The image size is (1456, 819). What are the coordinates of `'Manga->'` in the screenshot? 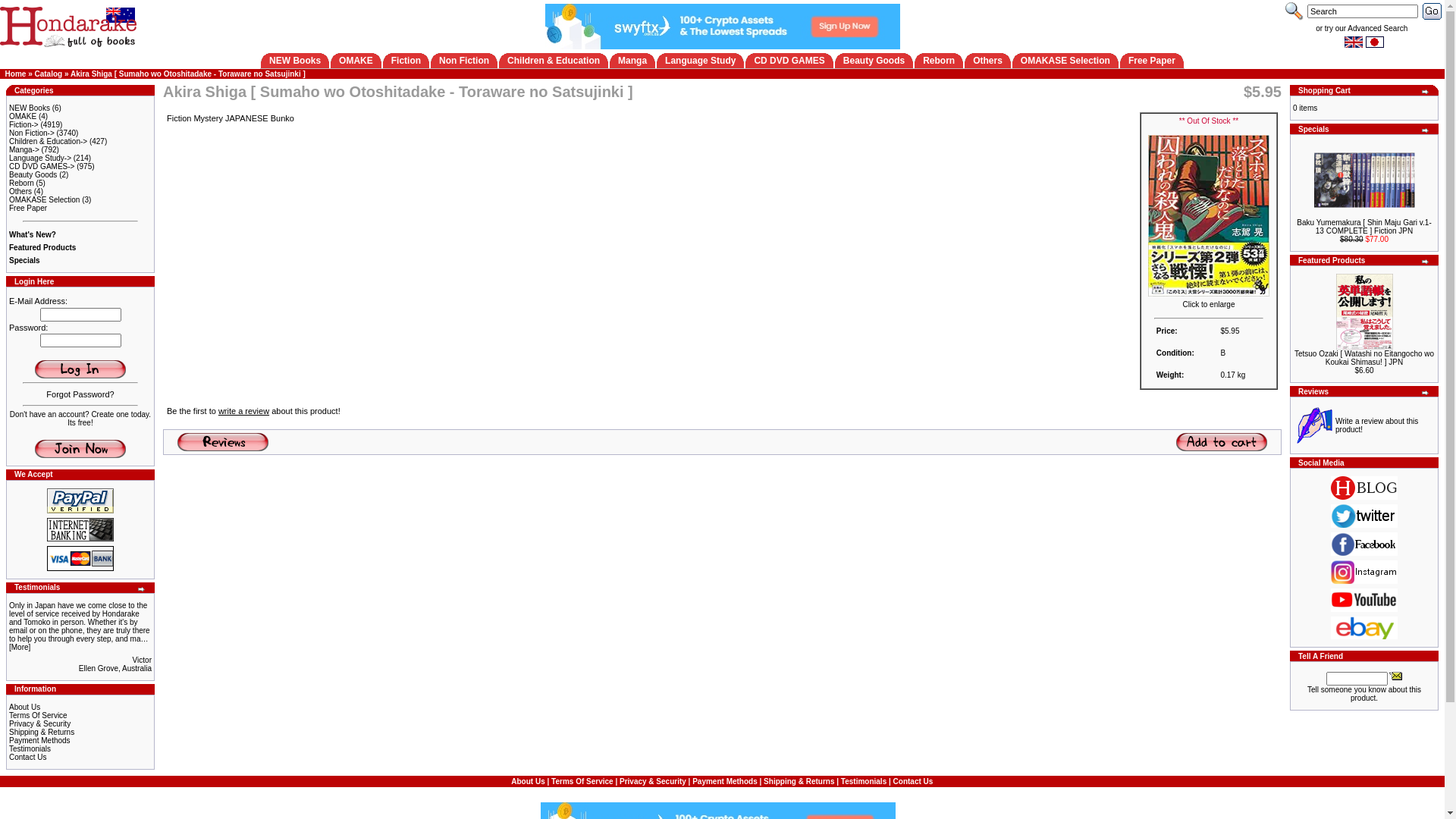 It's located at (9, 149).